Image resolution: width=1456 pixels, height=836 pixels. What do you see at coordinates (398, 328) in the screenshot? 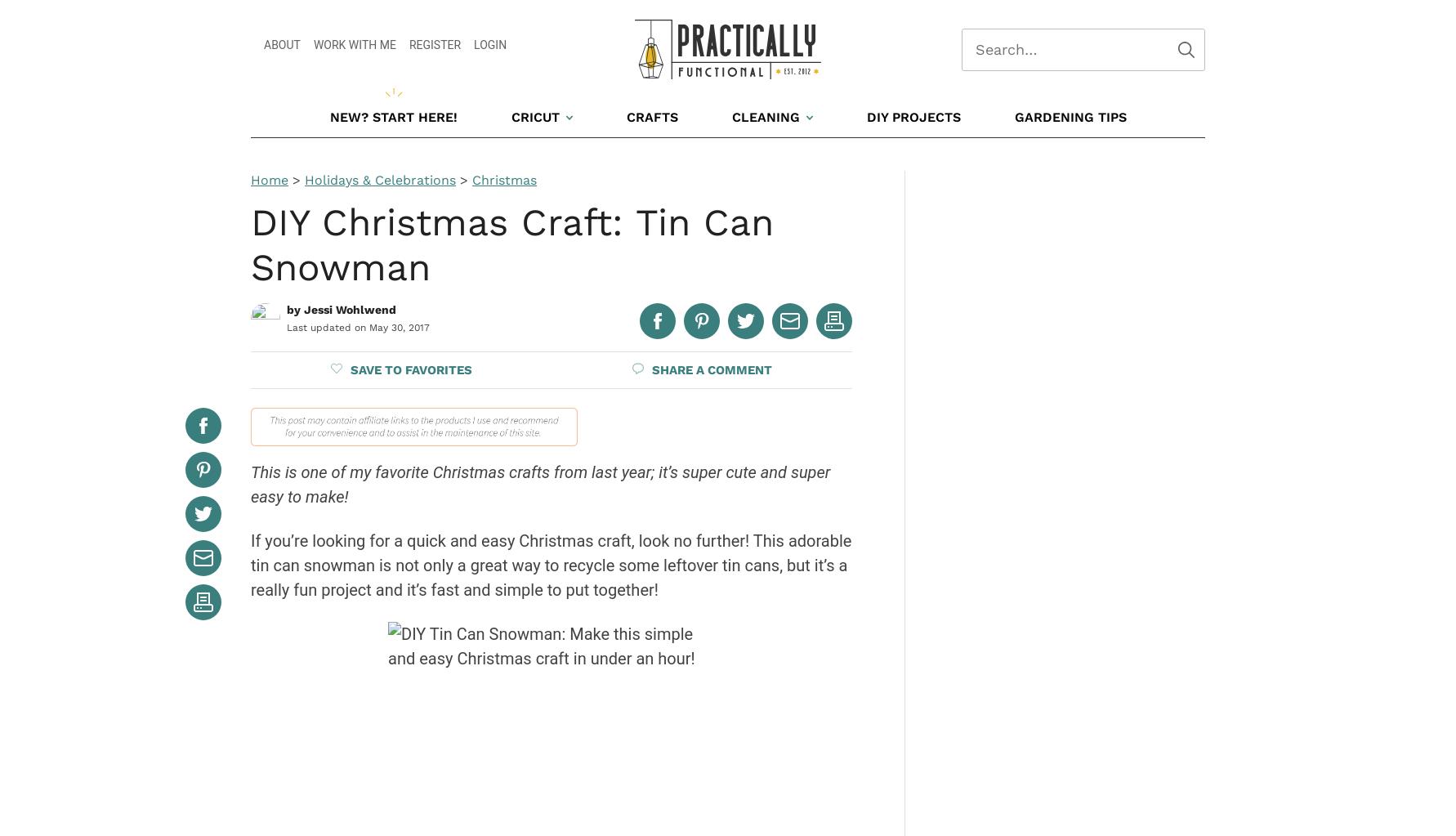
I see `'May 30, 2017'` at bounding box center [398, 328].